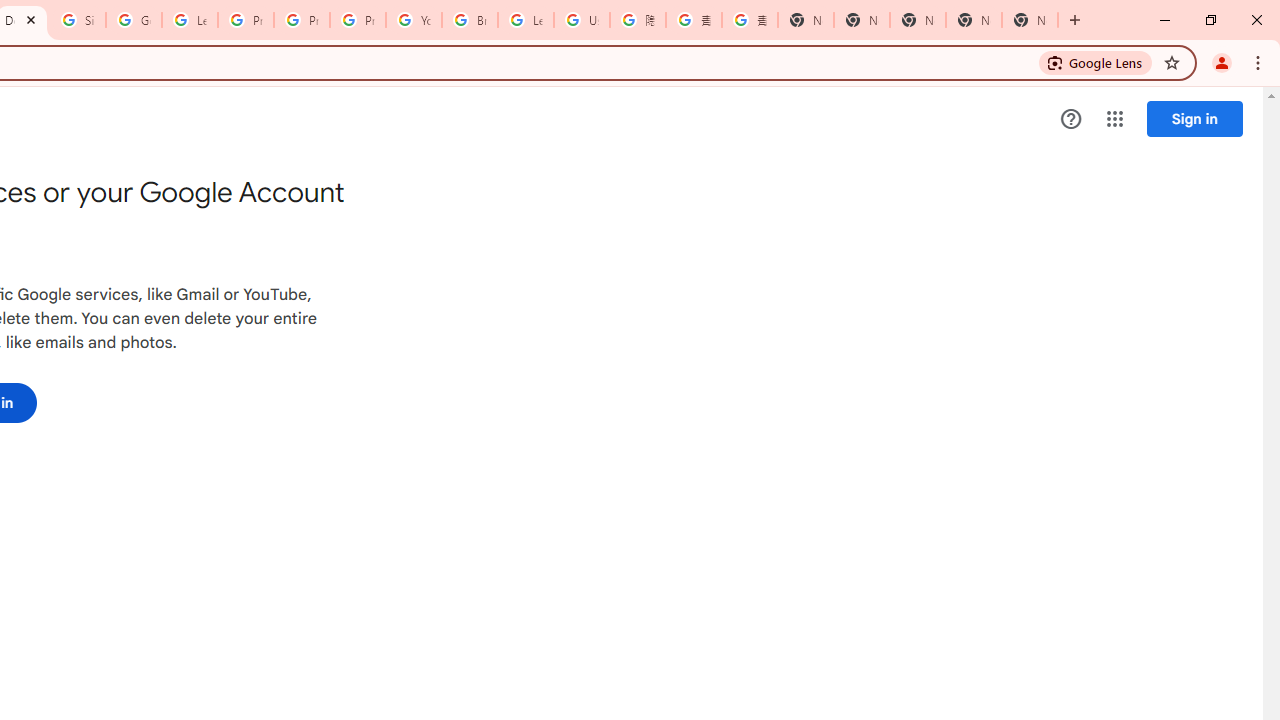 This screenshot has height=720, width=1280. What do you see at coordinates (78, 20) in the screenshot?
I see `'Sign in - Google Accounts'` at bounding box center [78, 20].